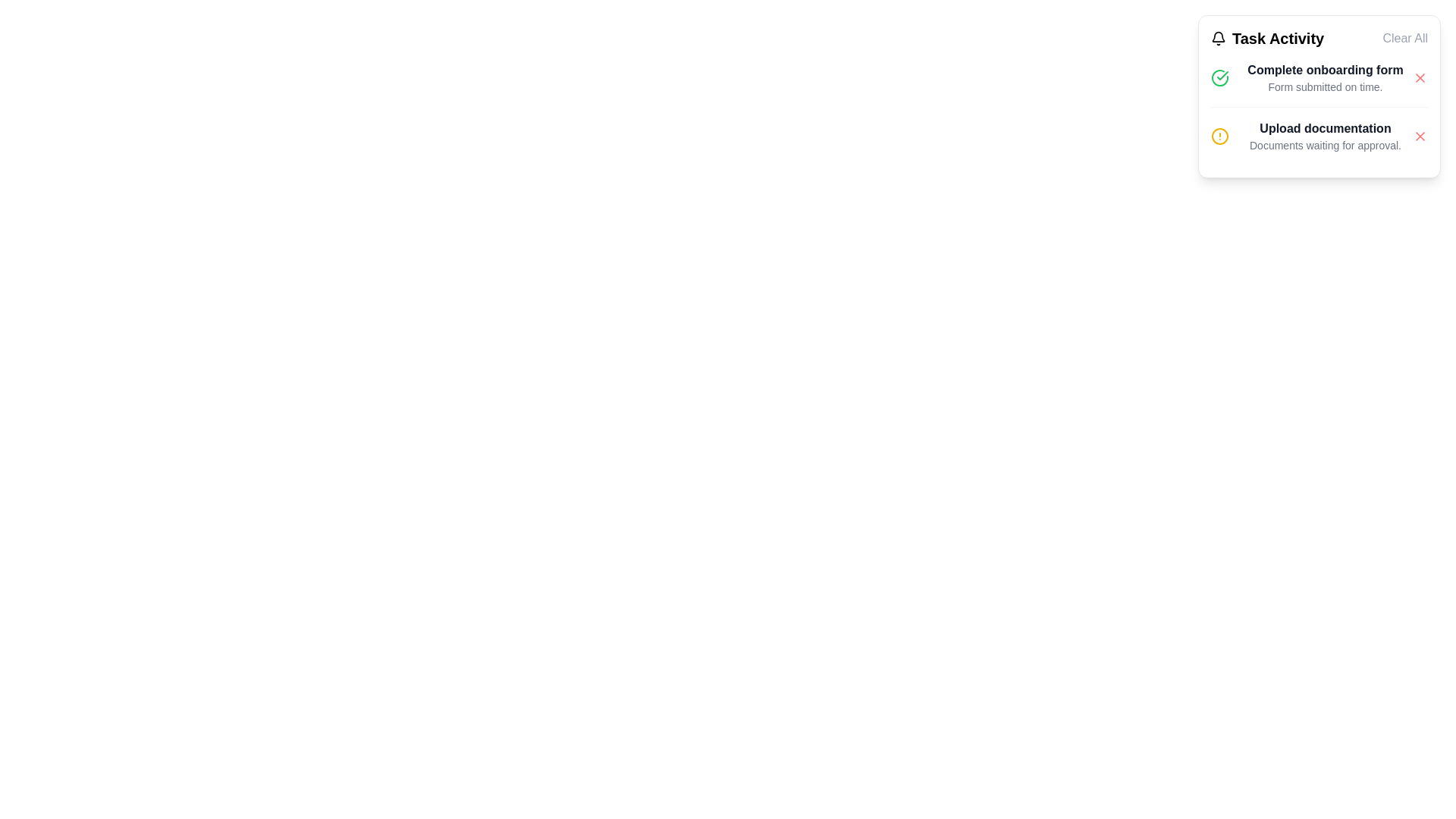  What do you see at coordinates (1419, 78) in the screenshot?
I see `the small red close icon located at the far right of the row labeled 'Complete onboarding form' to observe the color change effect from red-400 to red-600` at bounding box center [1419, 78].